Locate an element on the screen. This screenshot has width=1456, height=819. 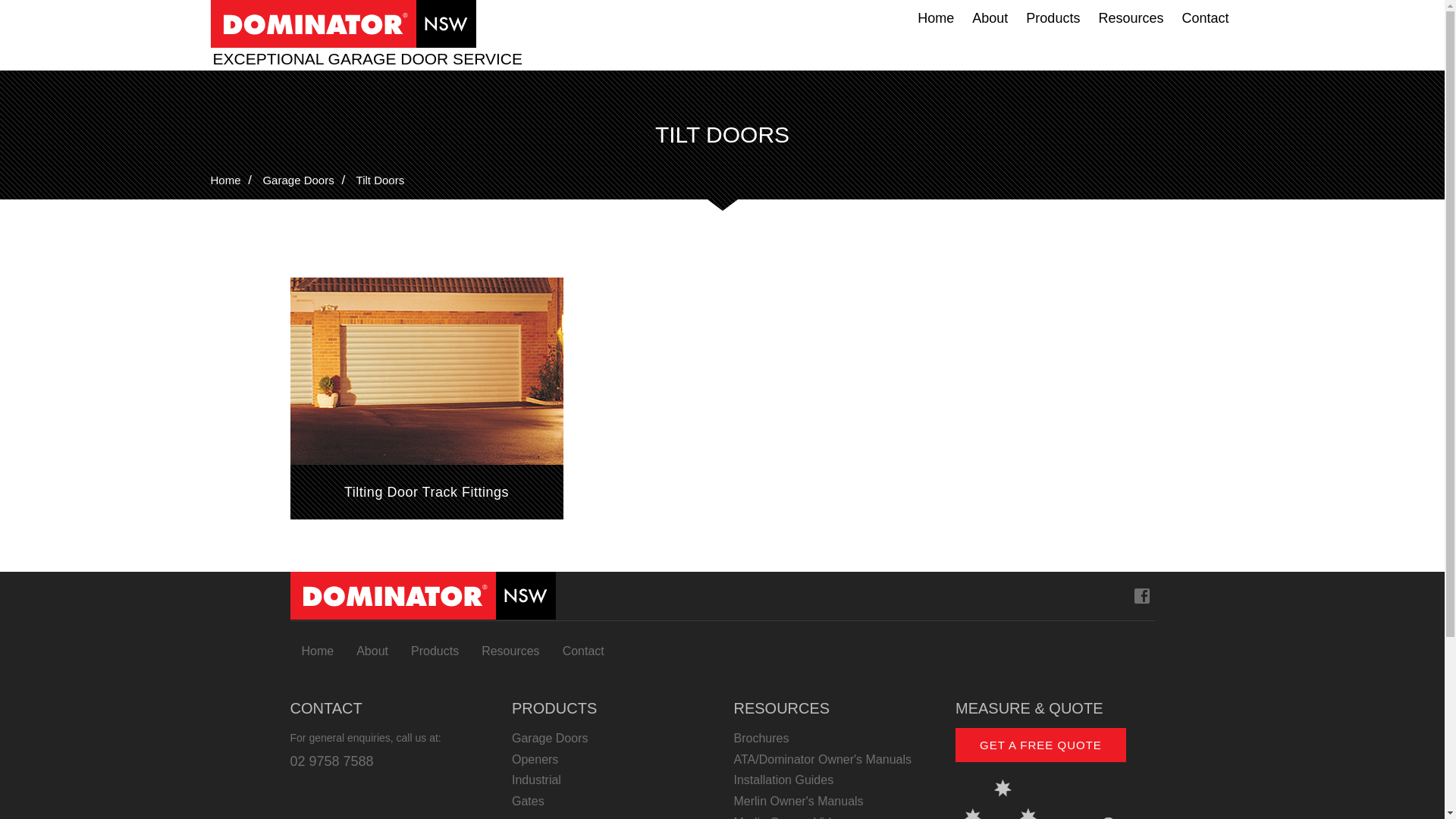
'About' is located at coordinates (372, 651).